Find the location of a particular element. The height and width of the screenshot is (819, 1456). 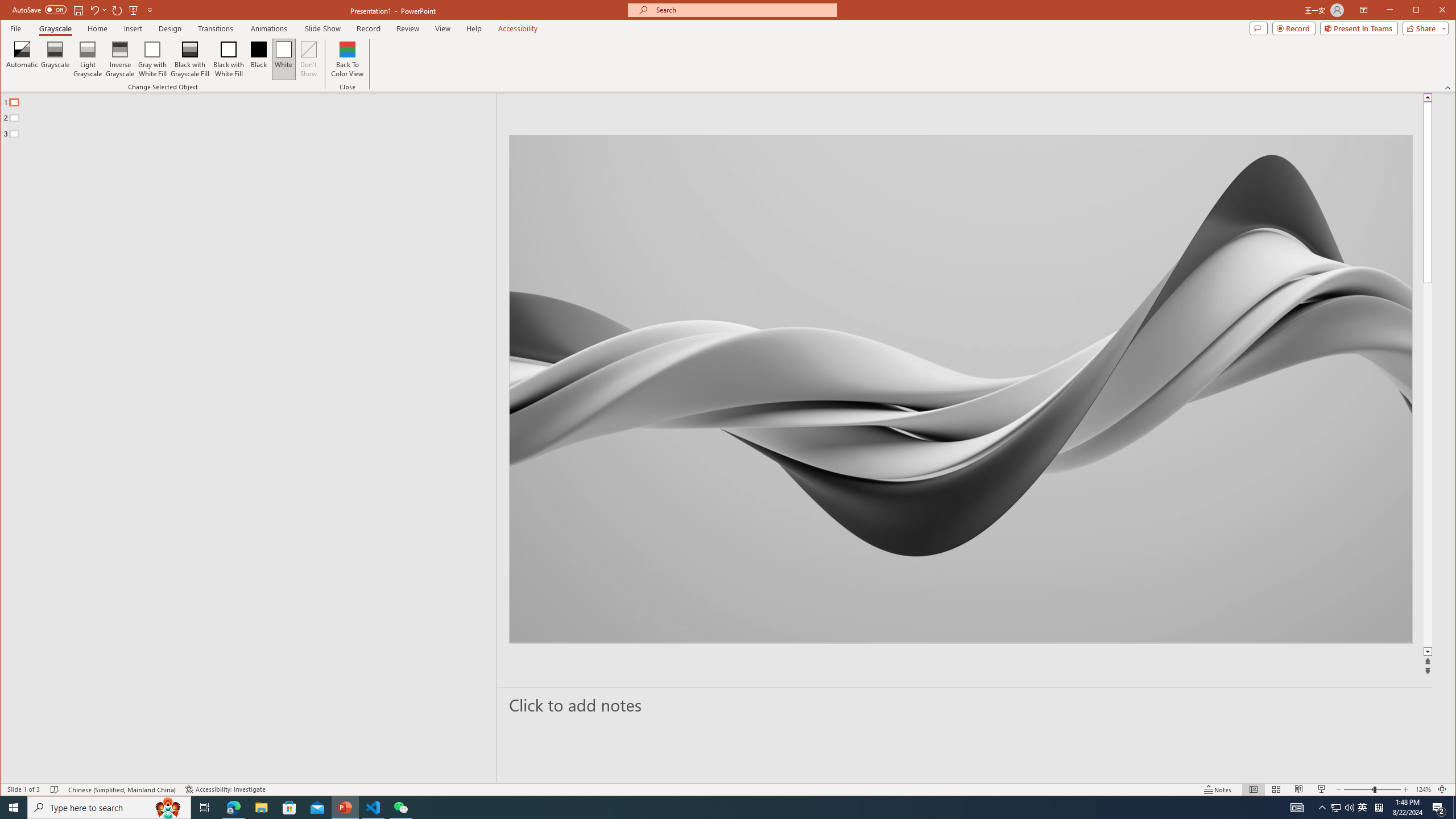

'Zoom Out' is located at coordinates (1358, 789).